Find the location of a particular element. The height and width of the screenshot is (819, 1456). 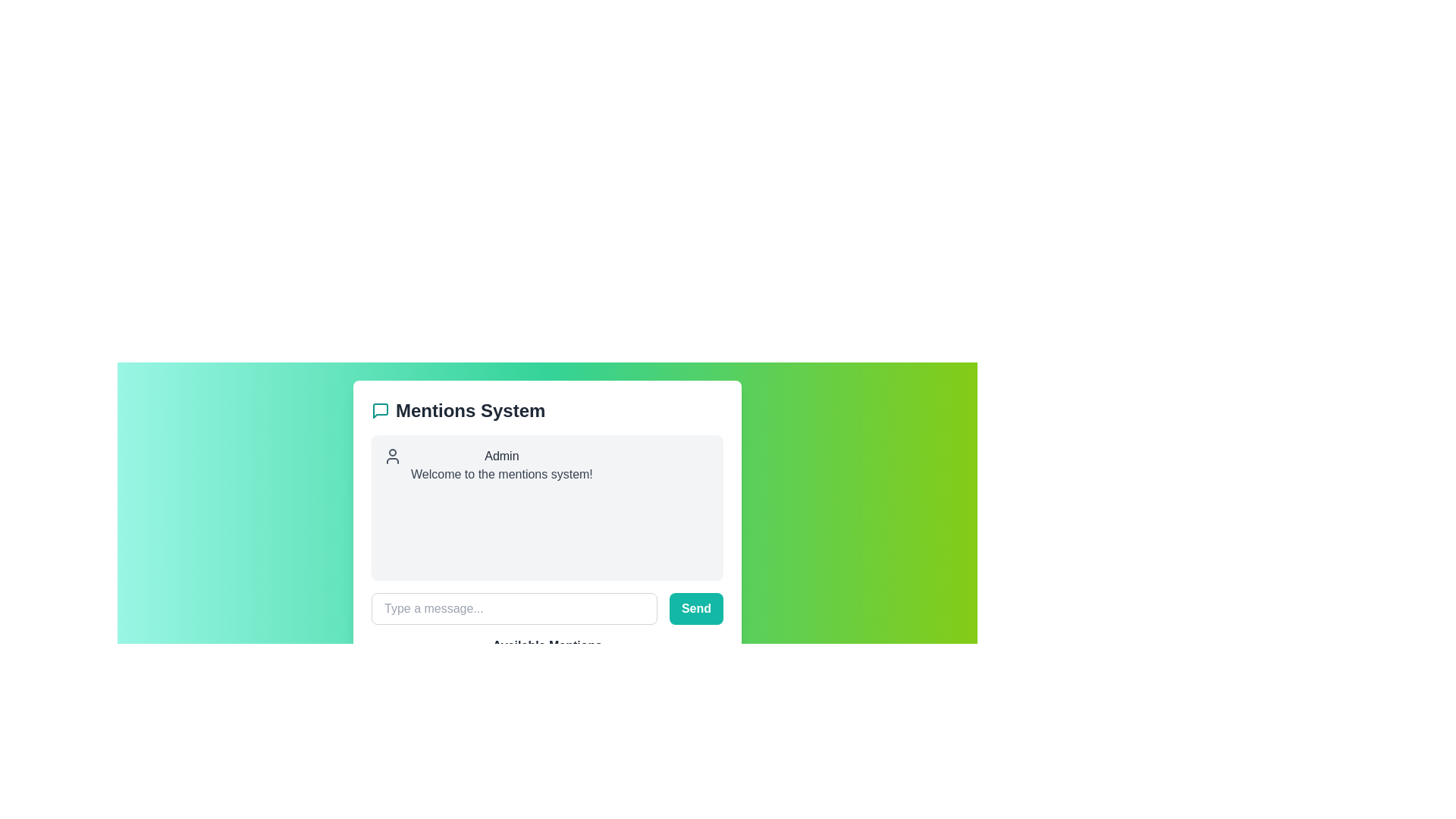

the 'Admin' text label, which is a bold, medium-sized dark gray label positioned at the top of the message panel is located at coordinates (501, 455).